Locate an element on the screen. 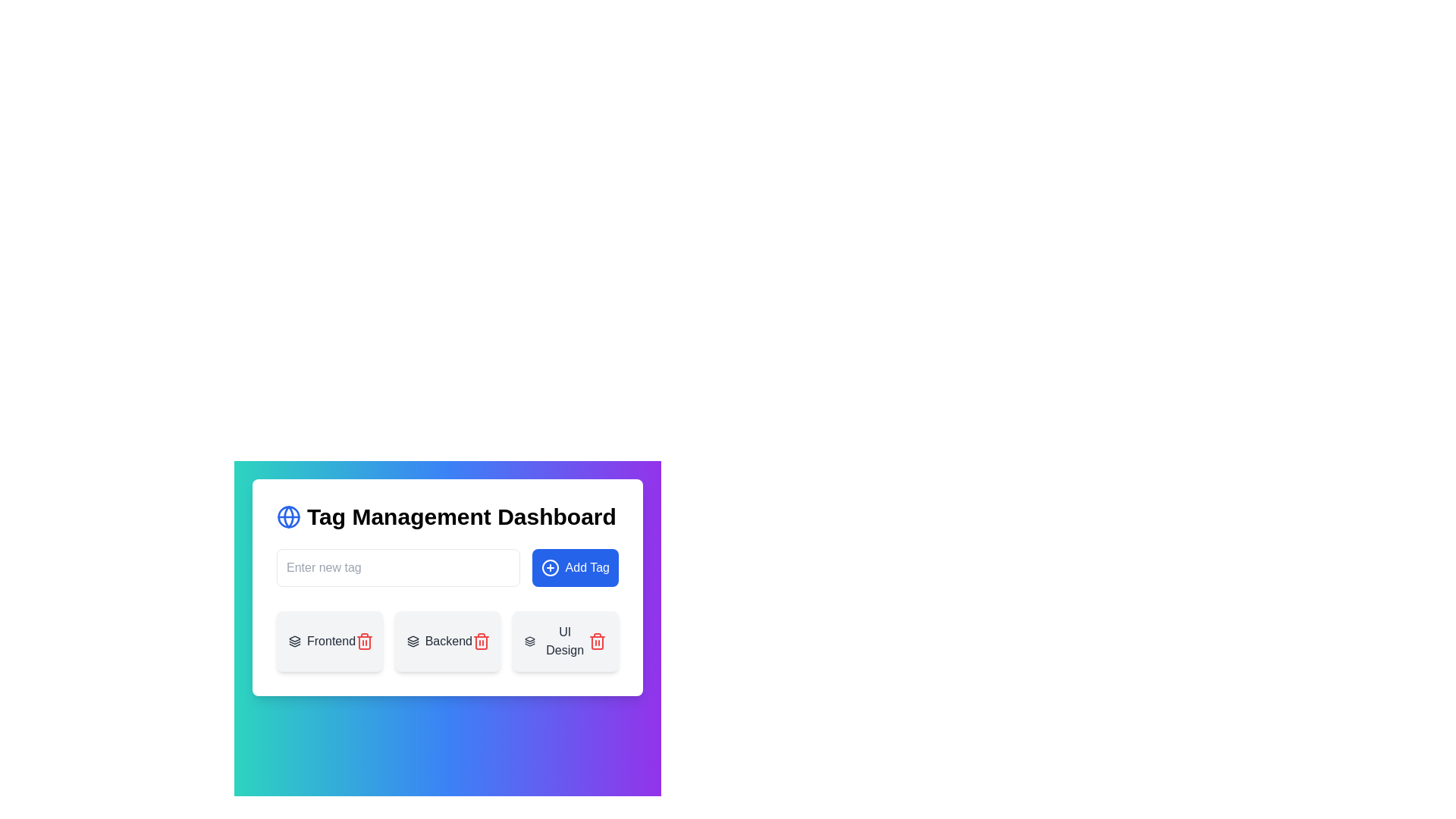 This screenshot has width=1456, height=819. the circular blue globe icon located in the top-left corner, adjacent to the 'Tag Management Dashboard' heading is located at coordinates (288, 516).